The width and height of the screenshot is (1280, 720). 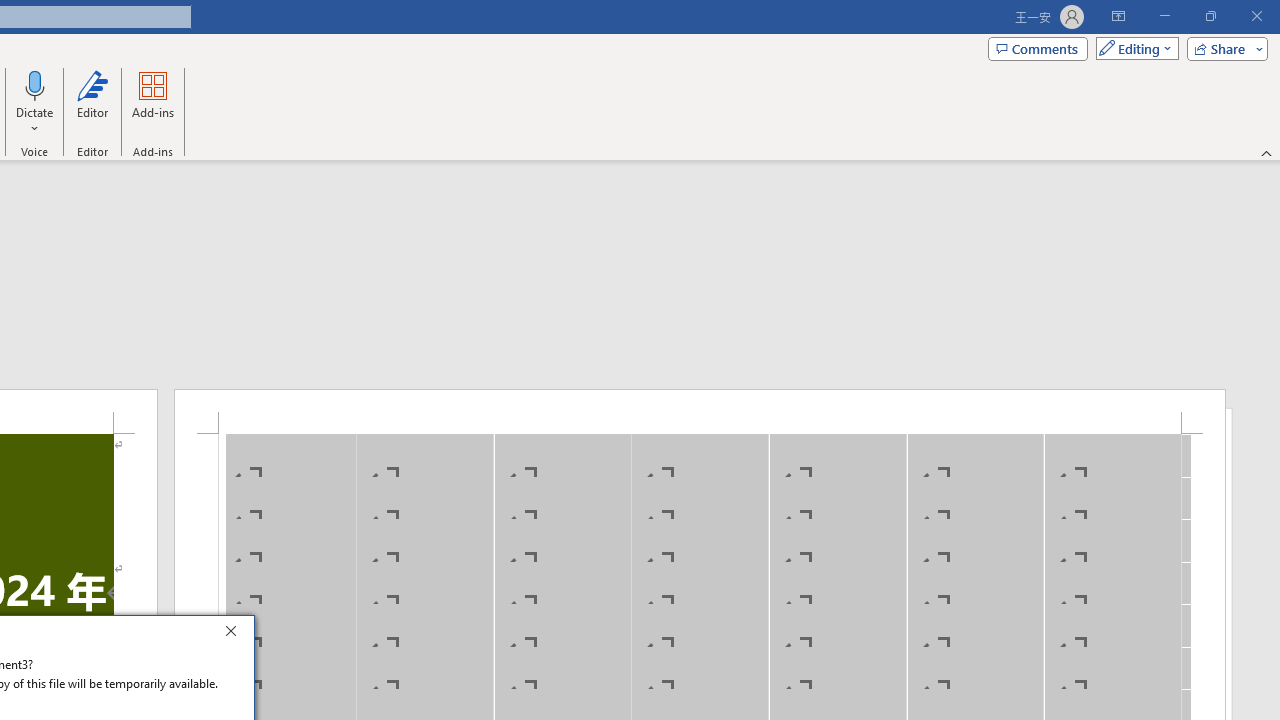 I want to click on 'Dictate', so click(x=35, y=84).